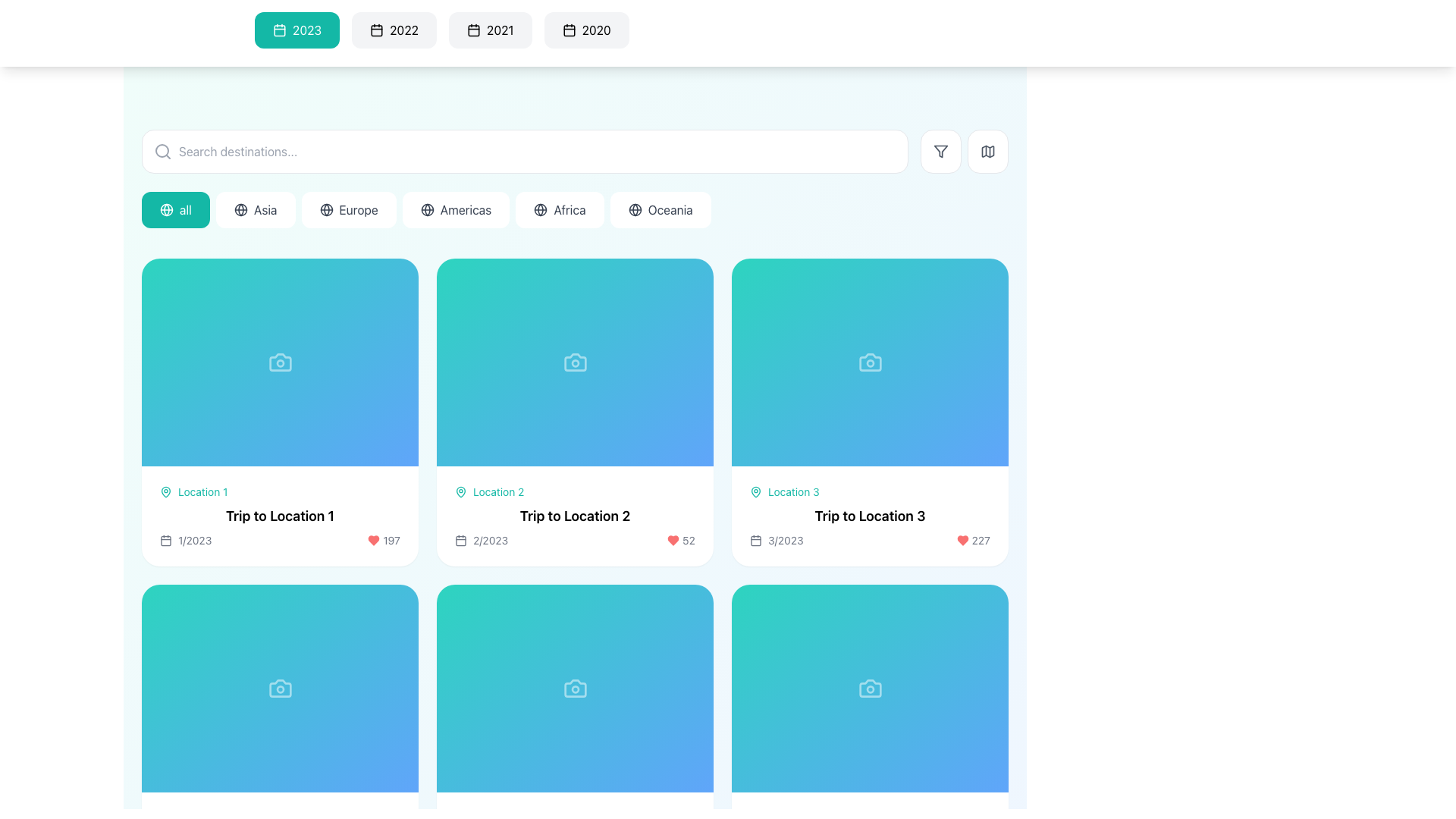 The height and width of the screenshot is (819, 1456). I want to click on the decorative or informational icon indicating the presence of a location-related label for 'Location 2', which is positioned to the left of the text in the second trip card ('Trip to Location 2'), so click(460, 491).